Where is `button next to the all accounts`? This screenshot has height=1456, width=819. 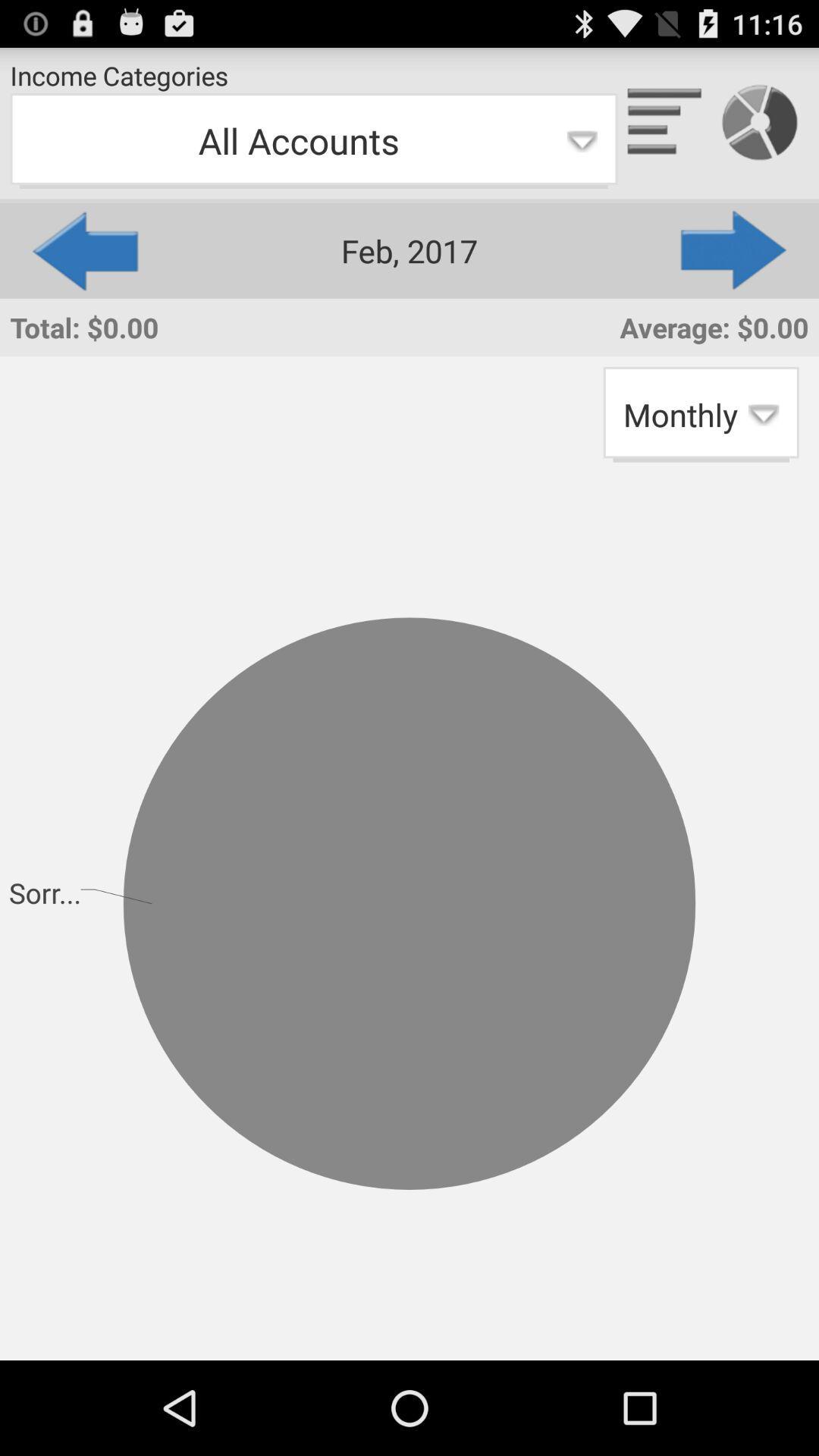 button next to the all accounts is located at coordinates (734, 250).